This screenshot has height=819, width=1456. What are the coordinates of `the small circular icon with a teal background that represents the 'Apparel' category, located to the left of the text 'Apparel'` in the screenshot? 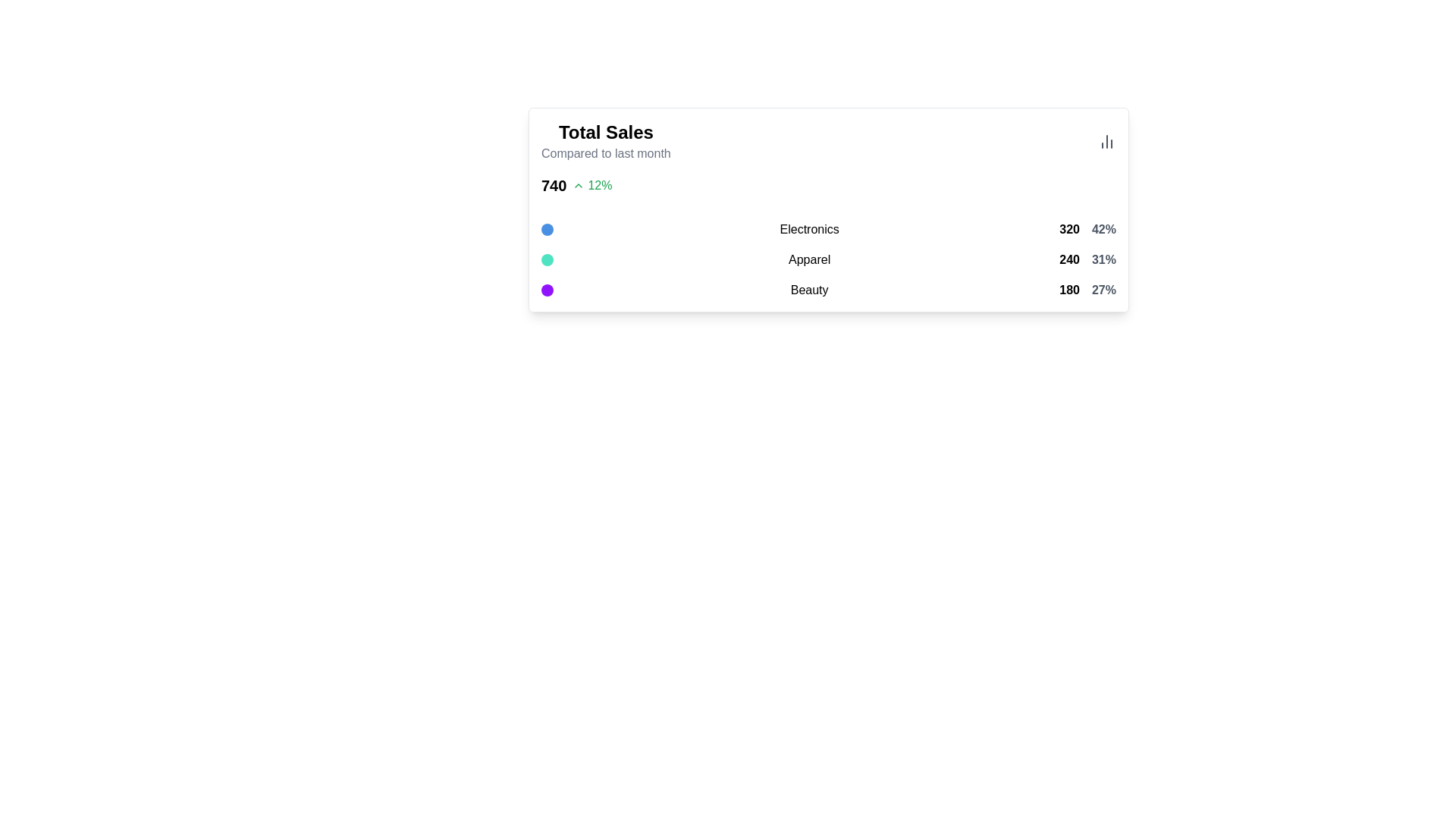 It's located at (546, 259).